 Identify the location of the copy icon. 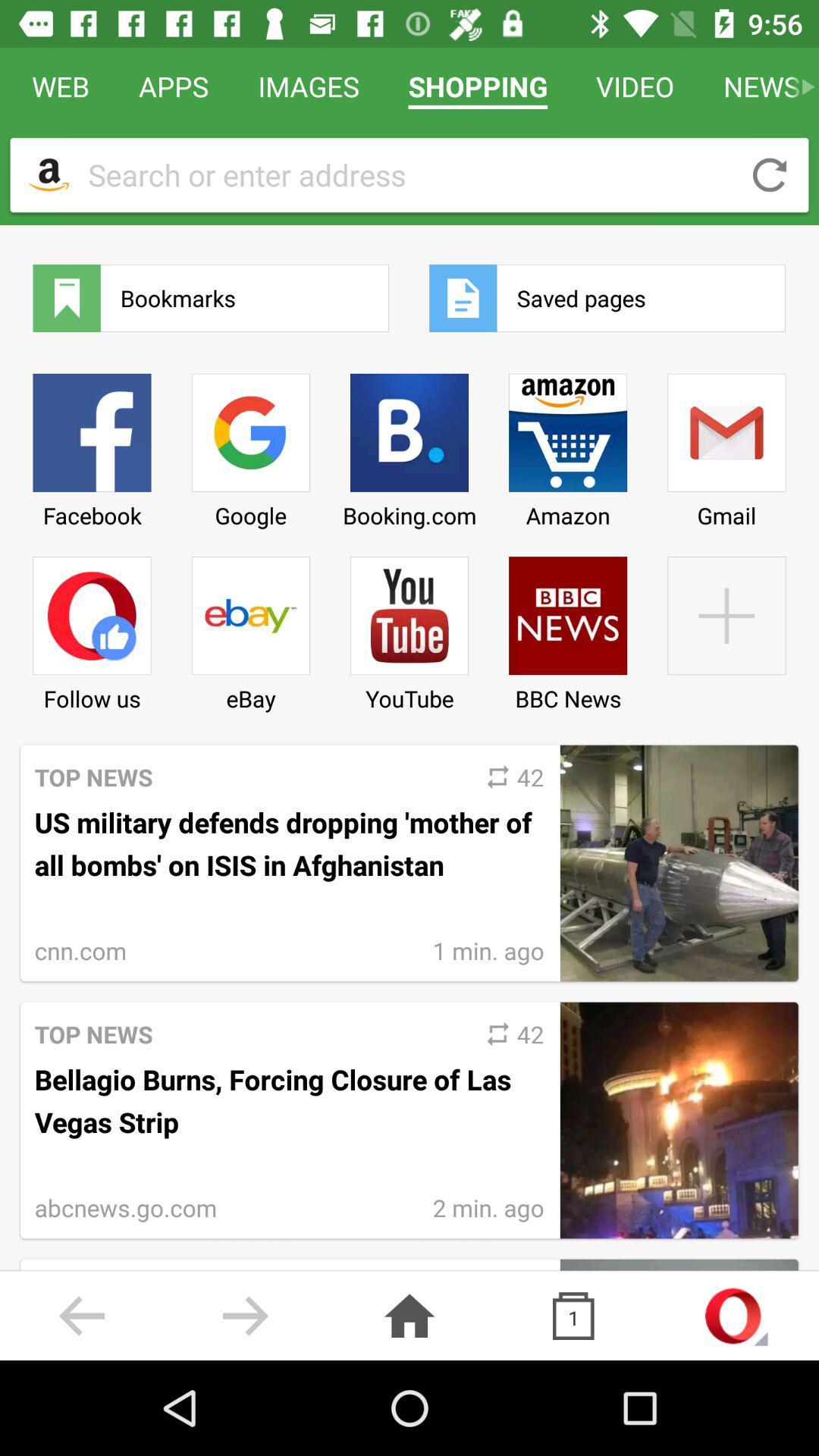
(573, 1315).